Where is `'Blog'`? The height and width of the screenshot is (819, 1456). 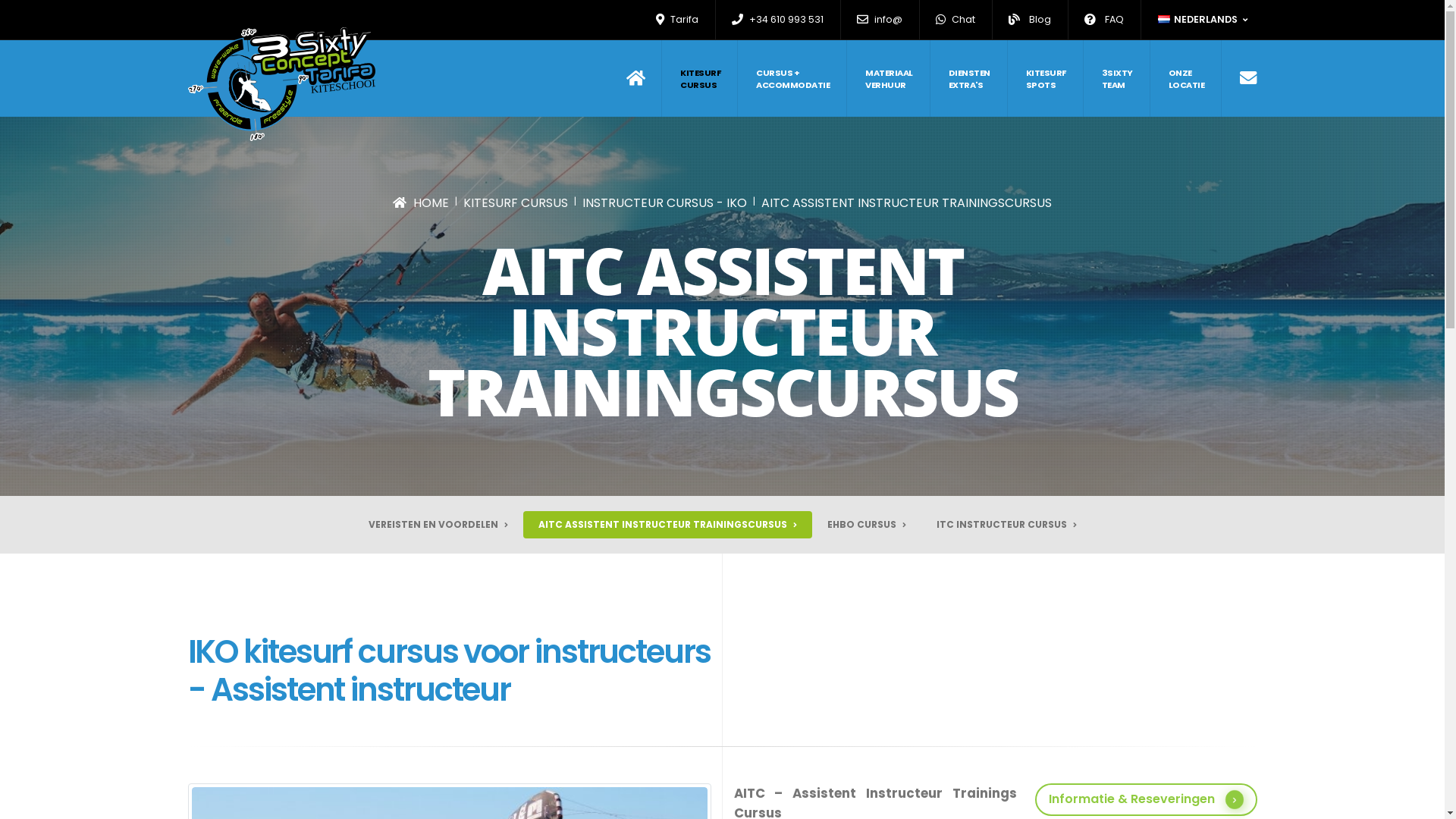 'Blog' is located at coordinates (1029, 20).